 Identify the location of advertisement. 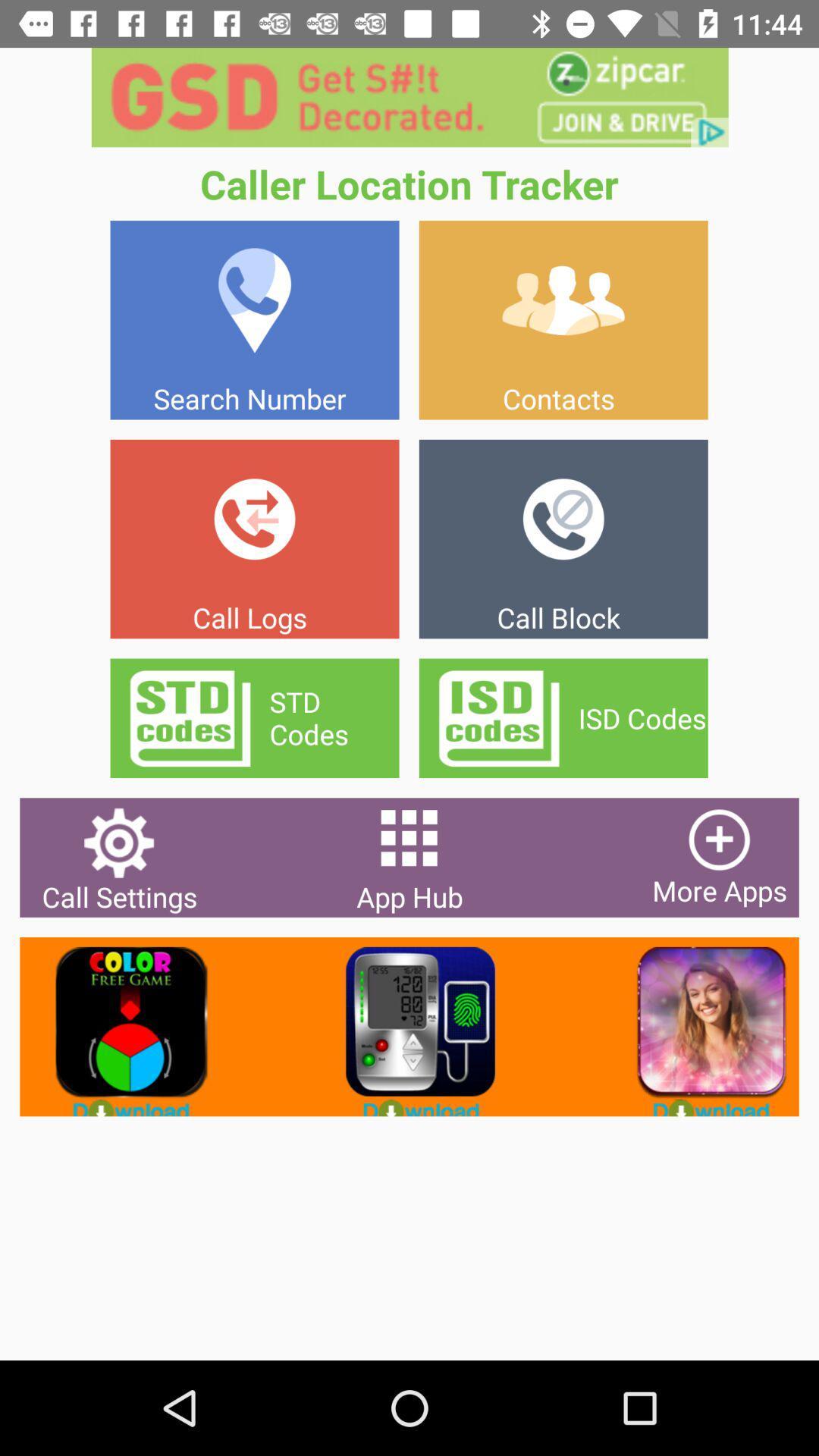
(699, 1027).